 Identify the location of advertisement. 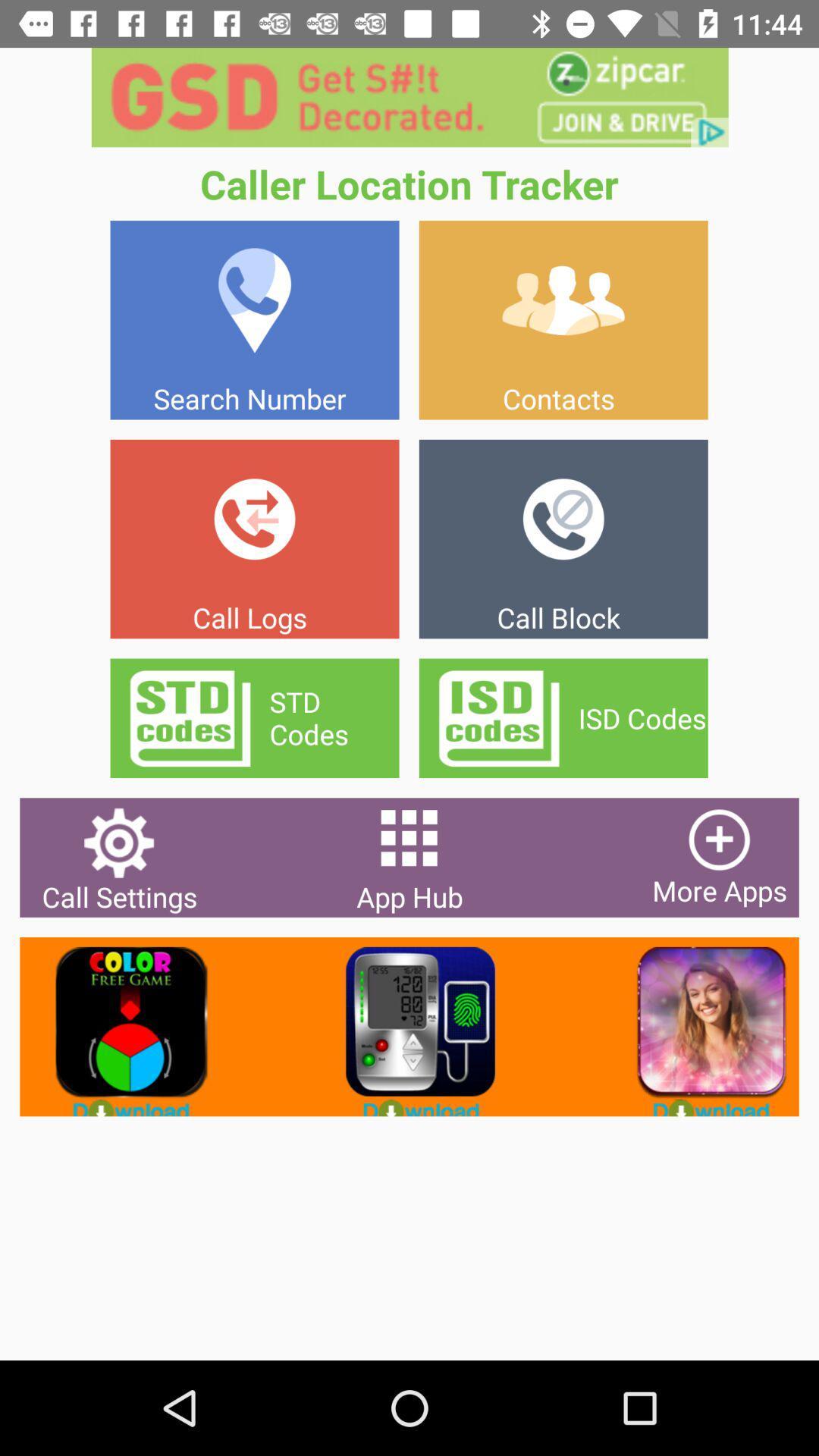
(699, 1027).